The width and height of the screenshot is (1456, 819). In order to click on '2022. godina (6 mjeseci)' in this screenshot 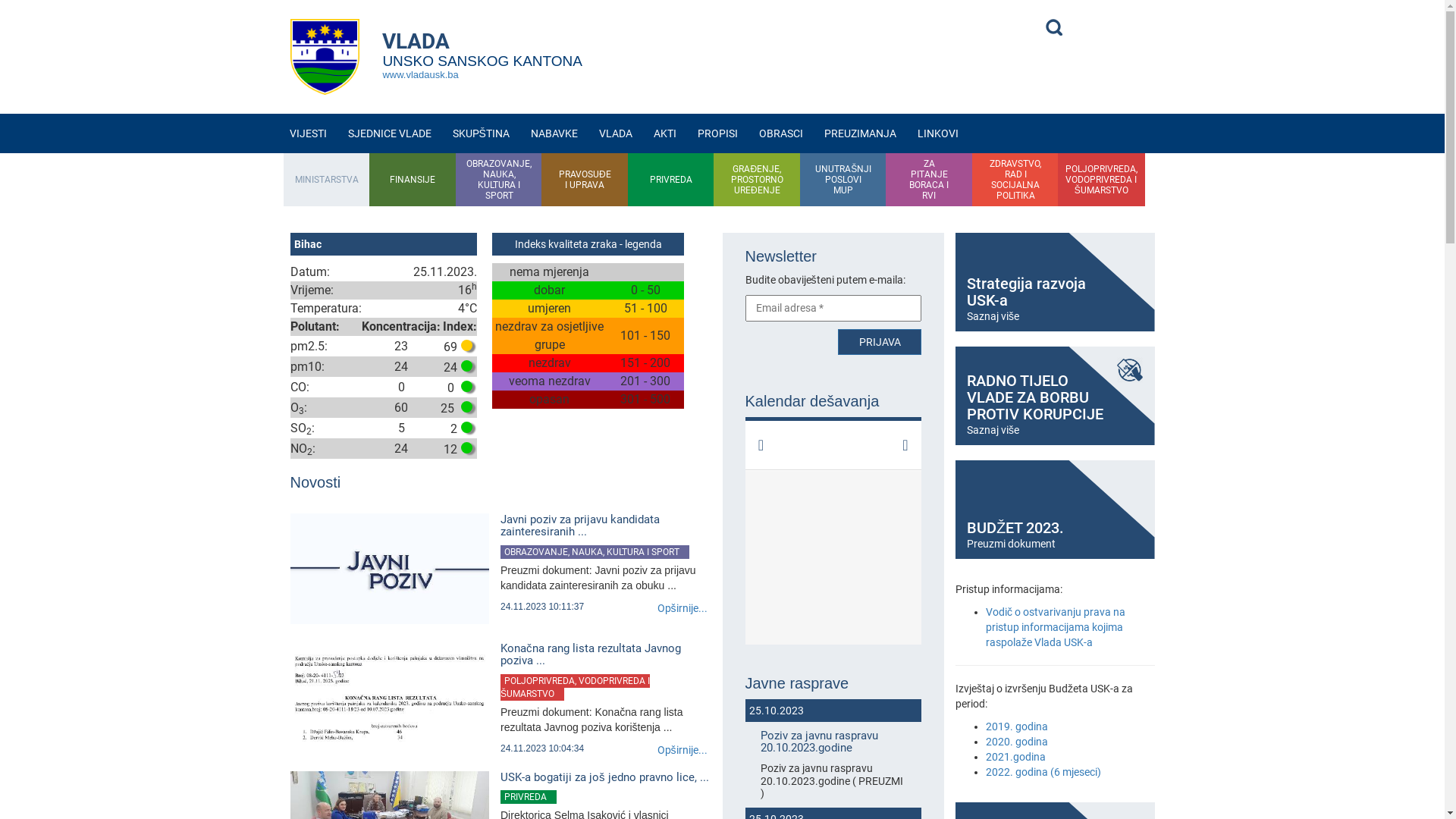, I will do `click(1043, 772)`.